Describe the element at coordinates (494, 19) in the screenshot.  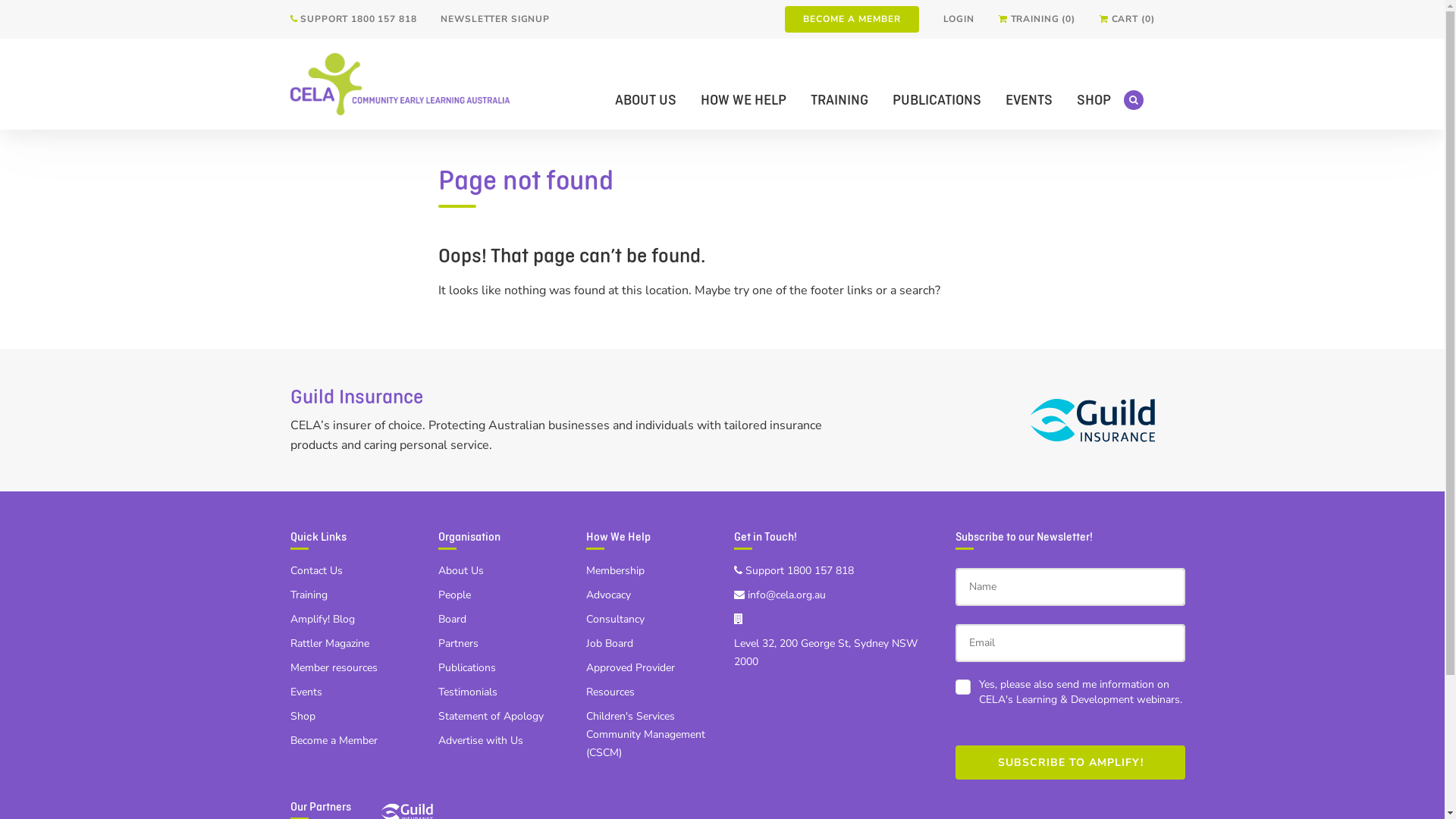
I see `'NEWSLETTER SIGNUP'` at that location.